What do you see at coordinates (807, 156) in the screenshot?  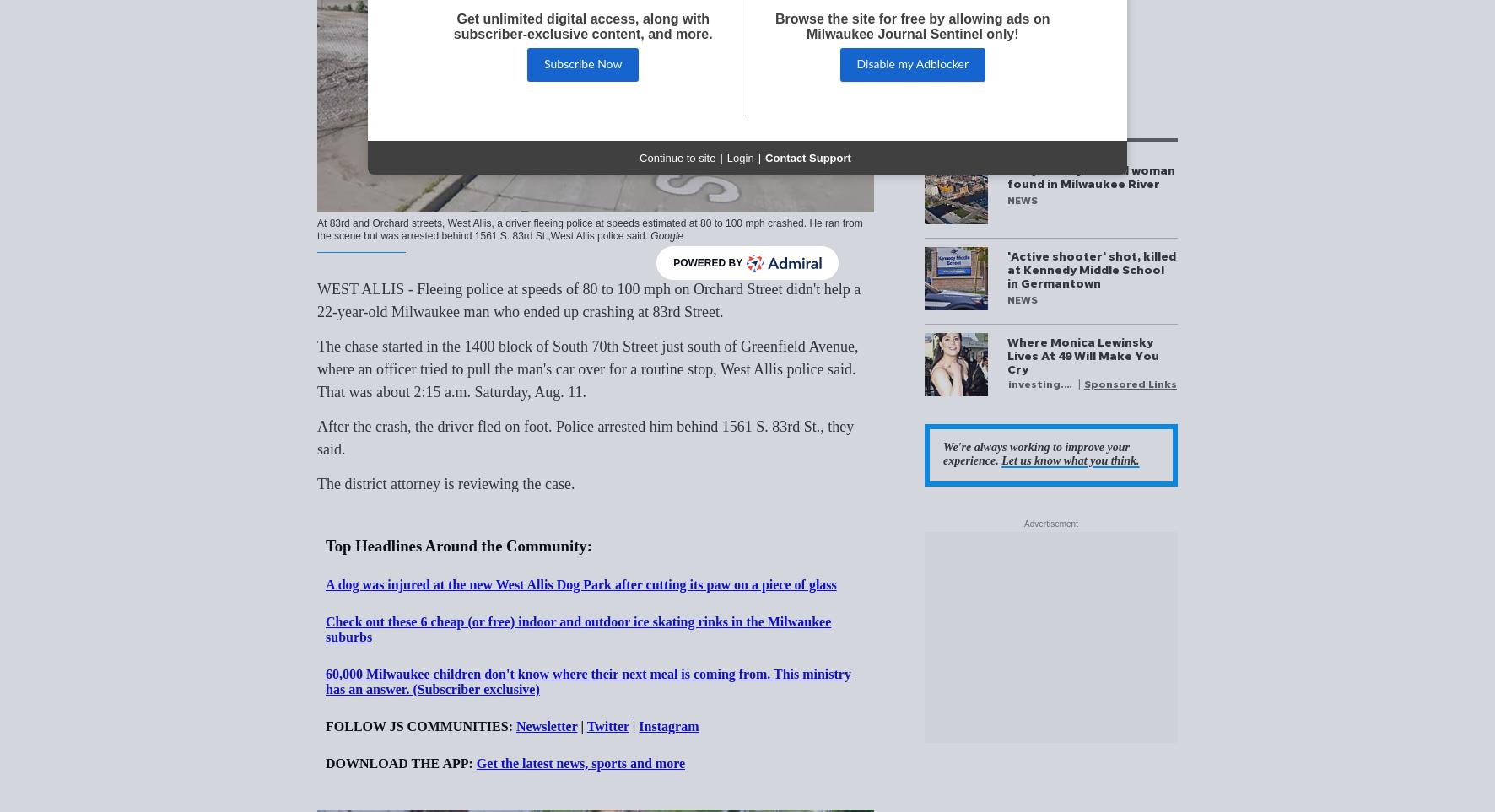 I see `'Contact Support'` at bounding box center [807, 156].